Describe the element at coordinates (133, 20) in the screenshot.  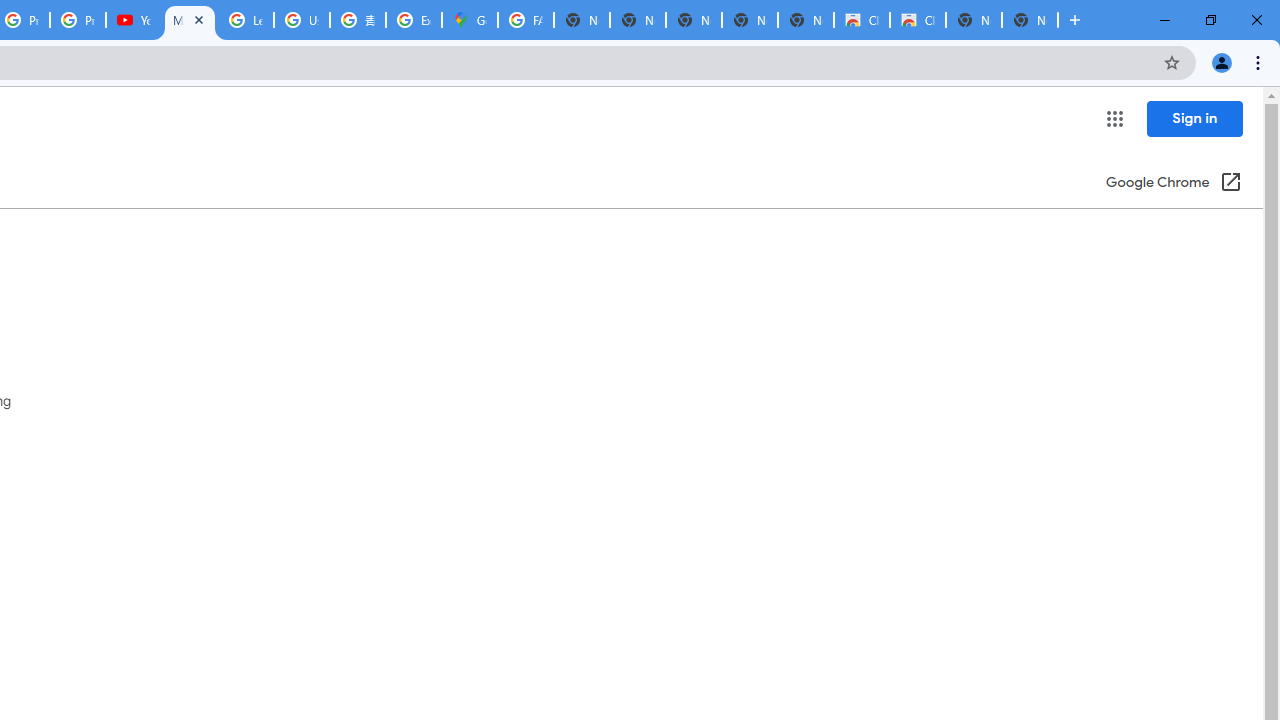
I see `'YouTube'` at that location.